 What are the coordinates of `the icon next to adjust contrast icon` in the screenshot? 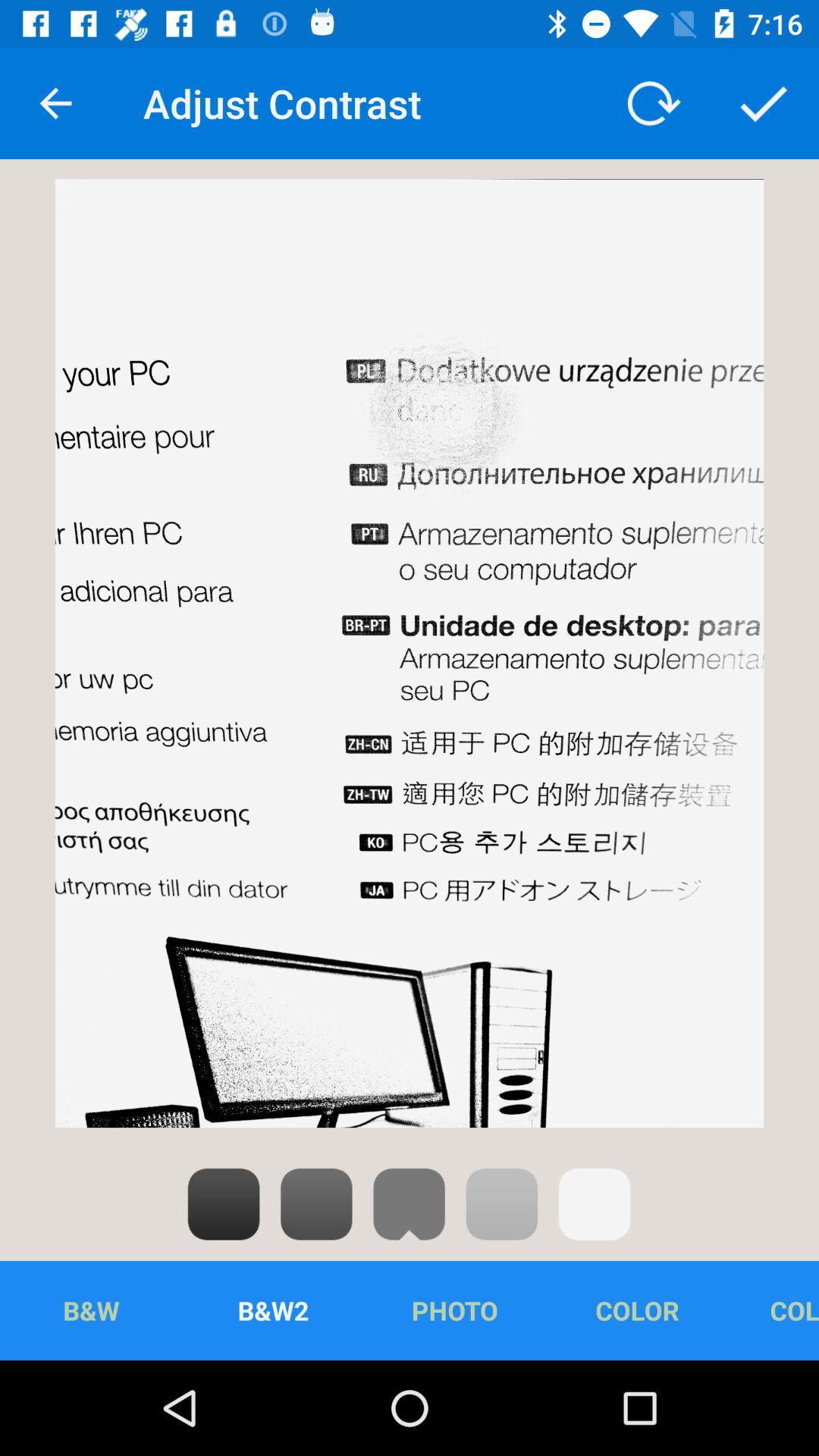 It's located at (55, 102).